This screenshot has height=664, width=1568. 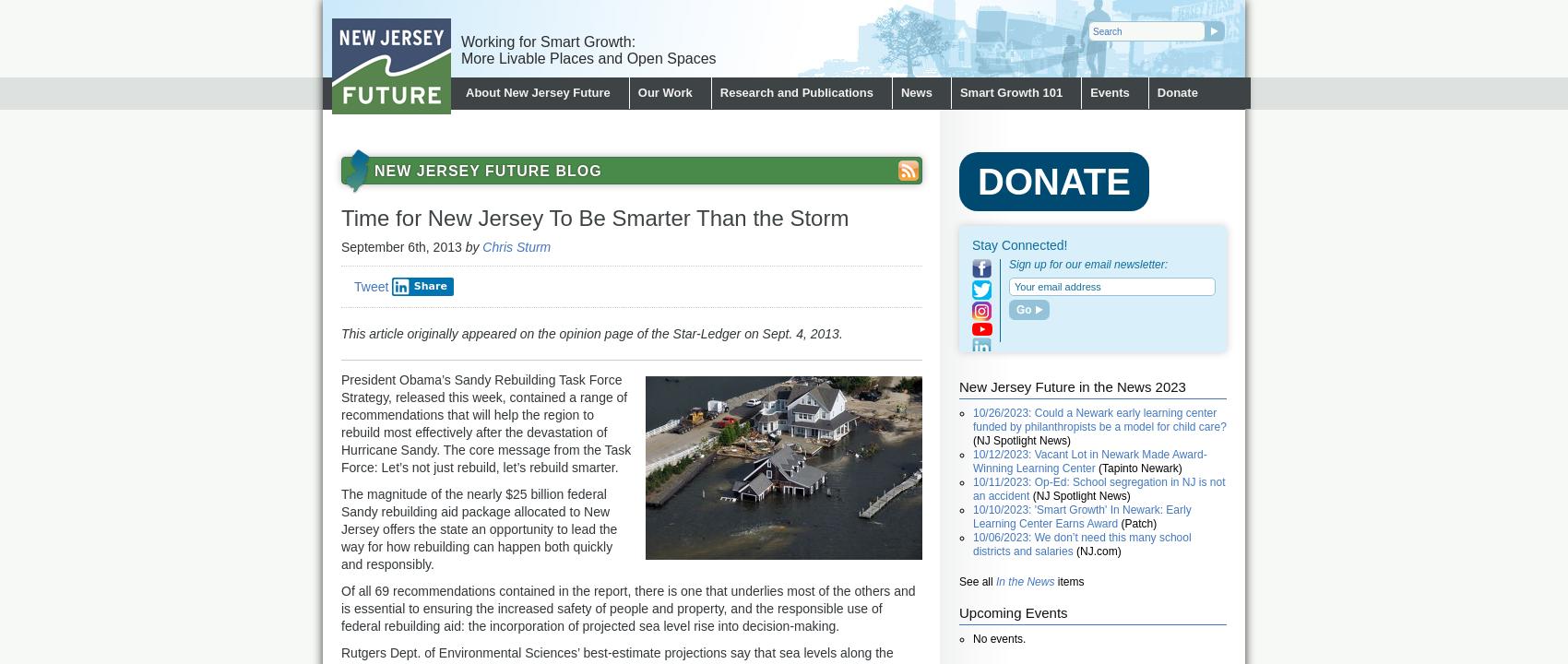 I want to click on 'The magnitude of the nearly $25 billion federal Sandy rebuilding aid package allocated to New Jersey offers the state an opportunity to lead the way for how rebuilding can happen both quickly and responsibly.', so click(x=479, y=528).